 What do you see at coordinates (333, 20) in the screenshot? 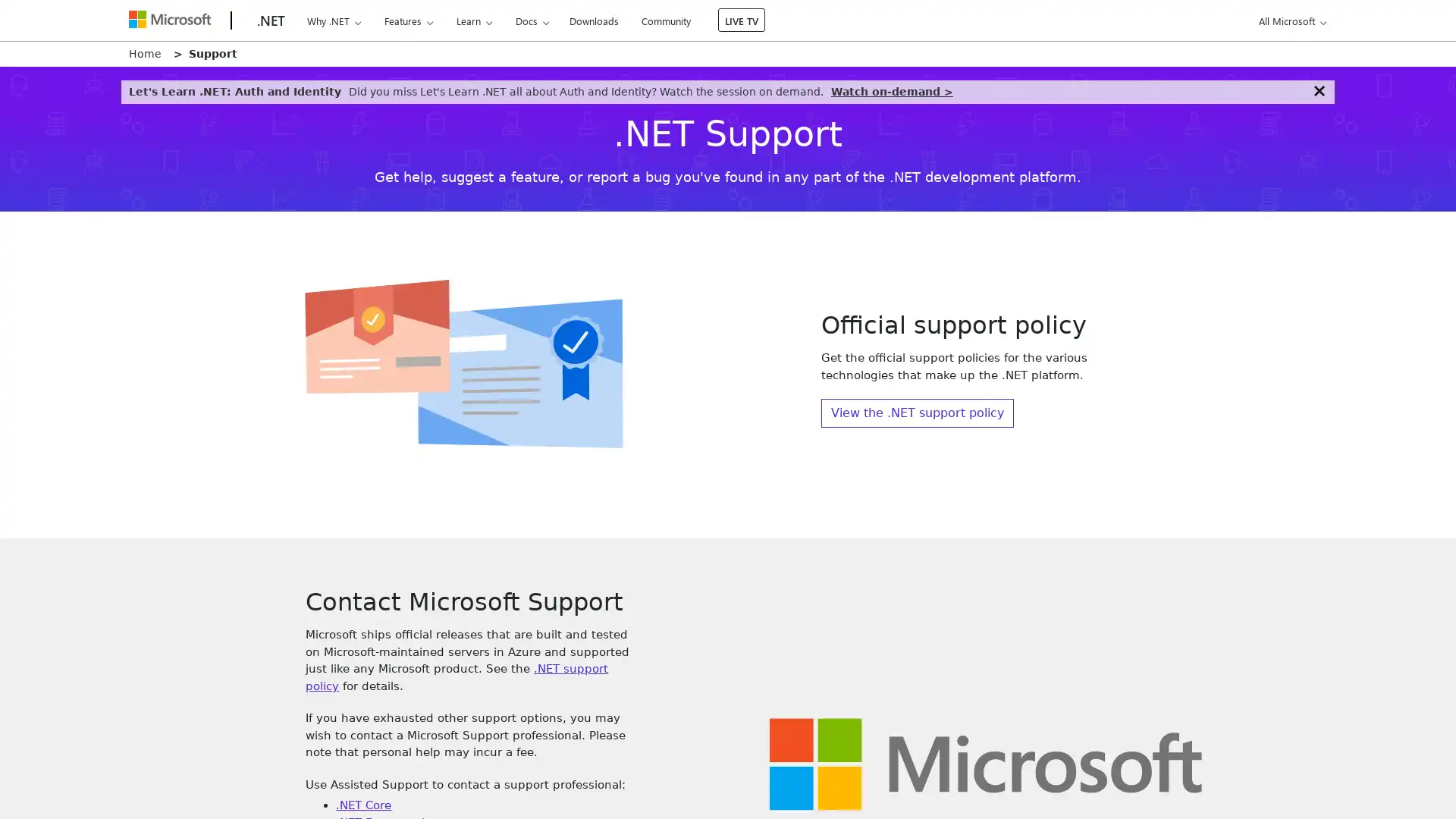
I see `Why .NET` at bounding box center [333, 20].